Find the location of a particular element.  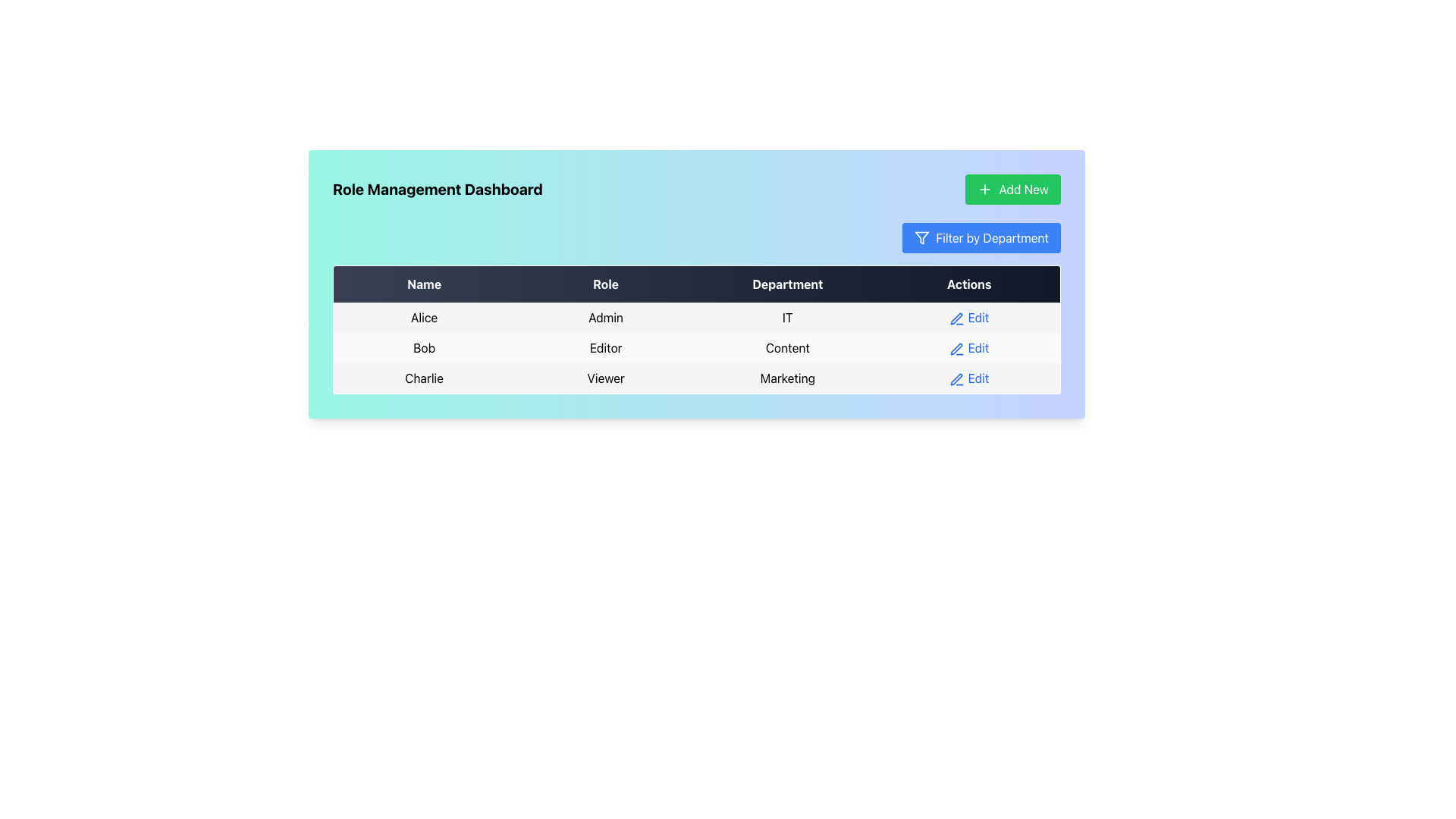

the 'Edit' icon in the 'Actions' column of the 'Role Management Dashboard' table for the 'Charlie' entry is located at coordinates (956, 378).